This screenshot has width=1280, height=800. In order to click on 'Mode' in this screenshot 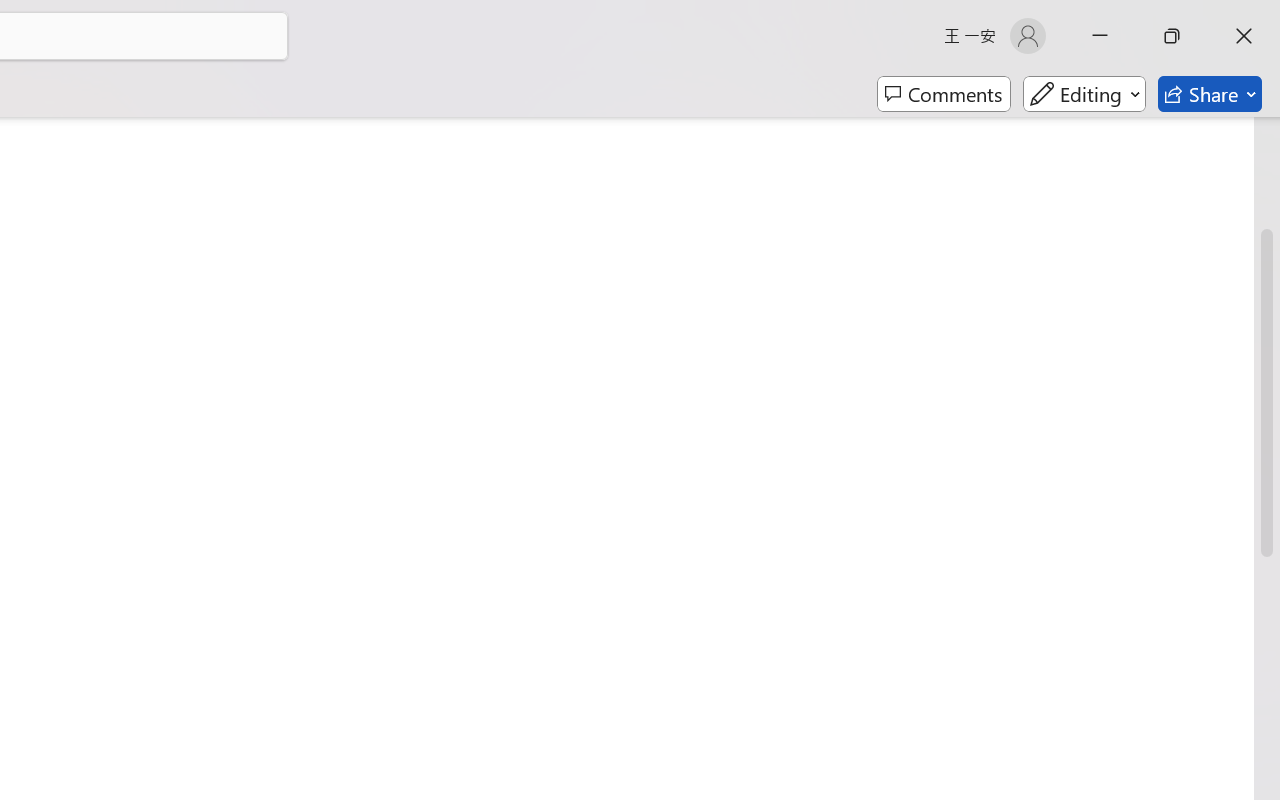, I will do `click(1083, 94)`.